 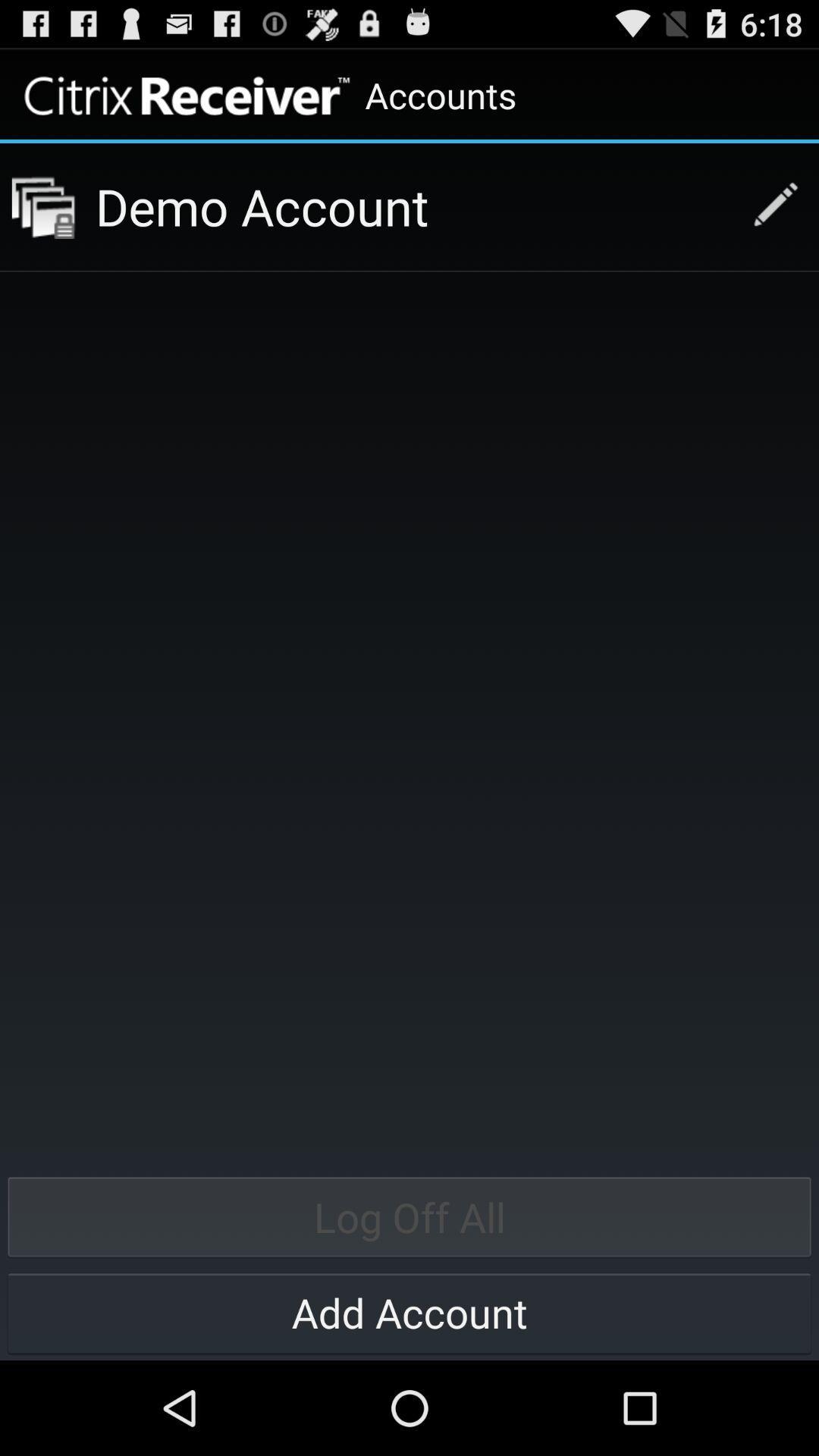 What do you see at coordinates (409, 1216) in the screenshot?
I see `icon above add account icon` at bounding box center [409, 1216].